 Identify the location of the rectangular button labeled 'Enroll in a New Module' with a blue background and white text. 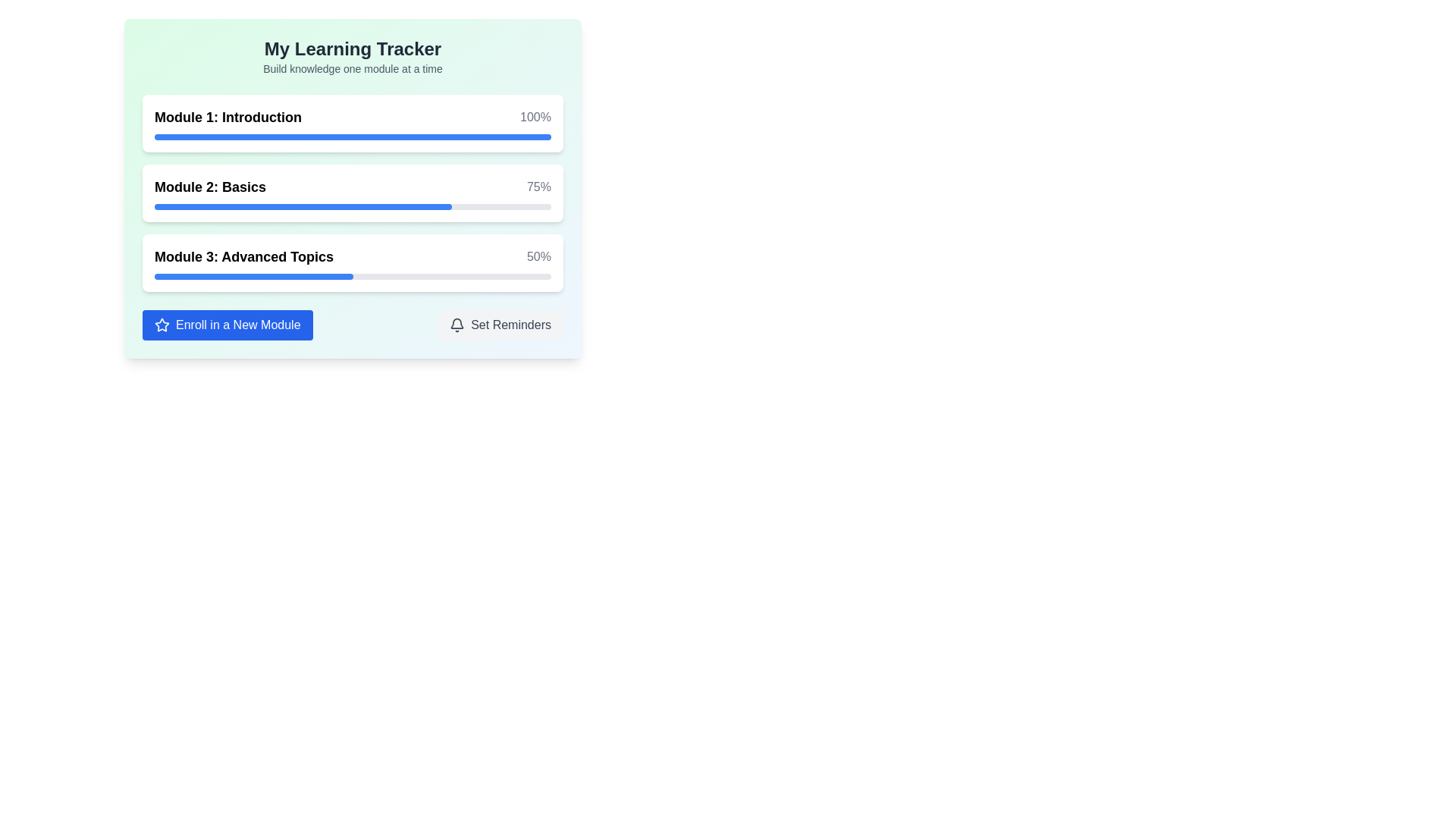
(227, 324).